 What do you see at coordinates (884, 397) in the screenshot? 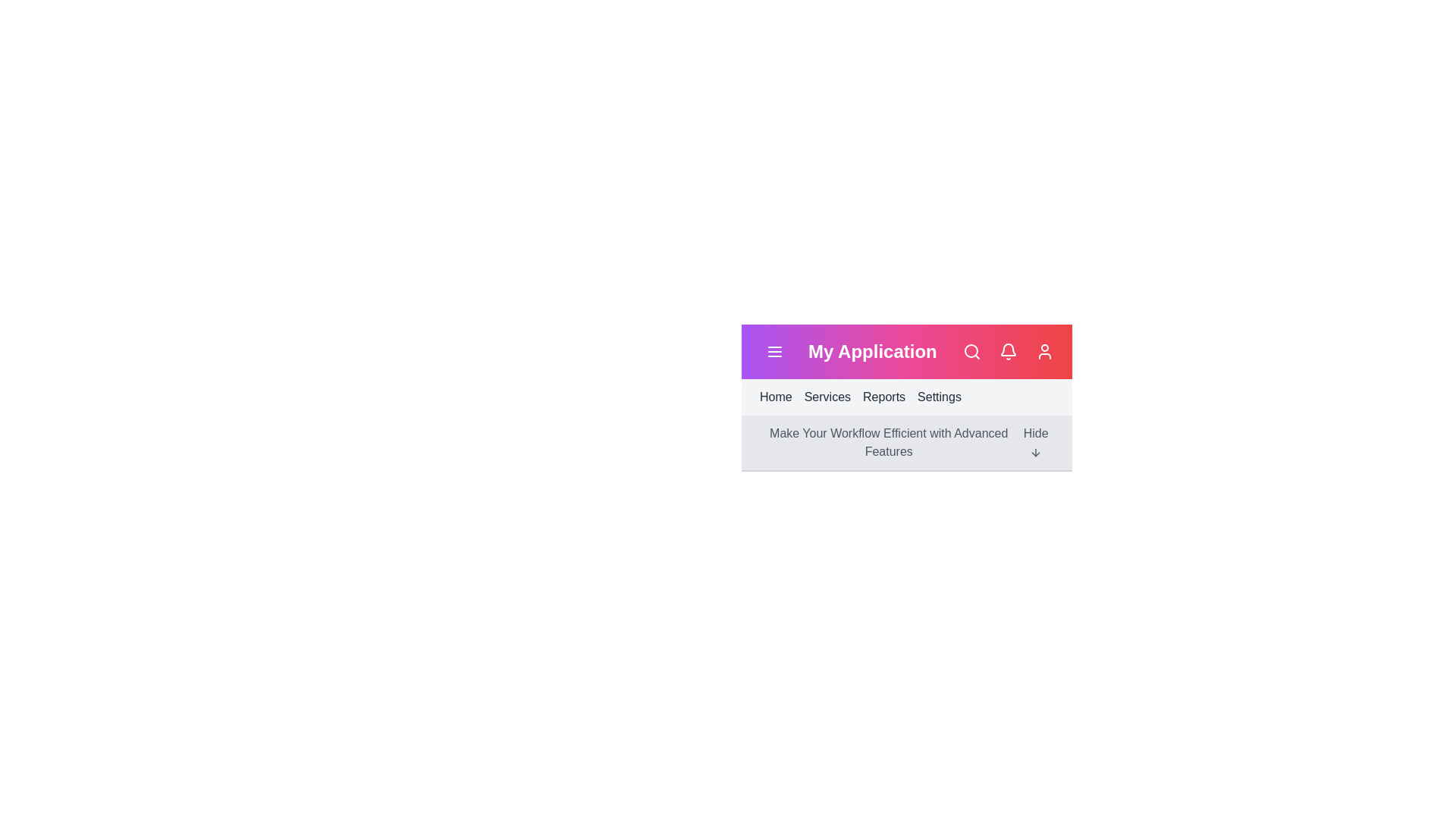
I see `the navigation link labeled Reports to navigate to the corresponding section` at bounding box center [884, 397].